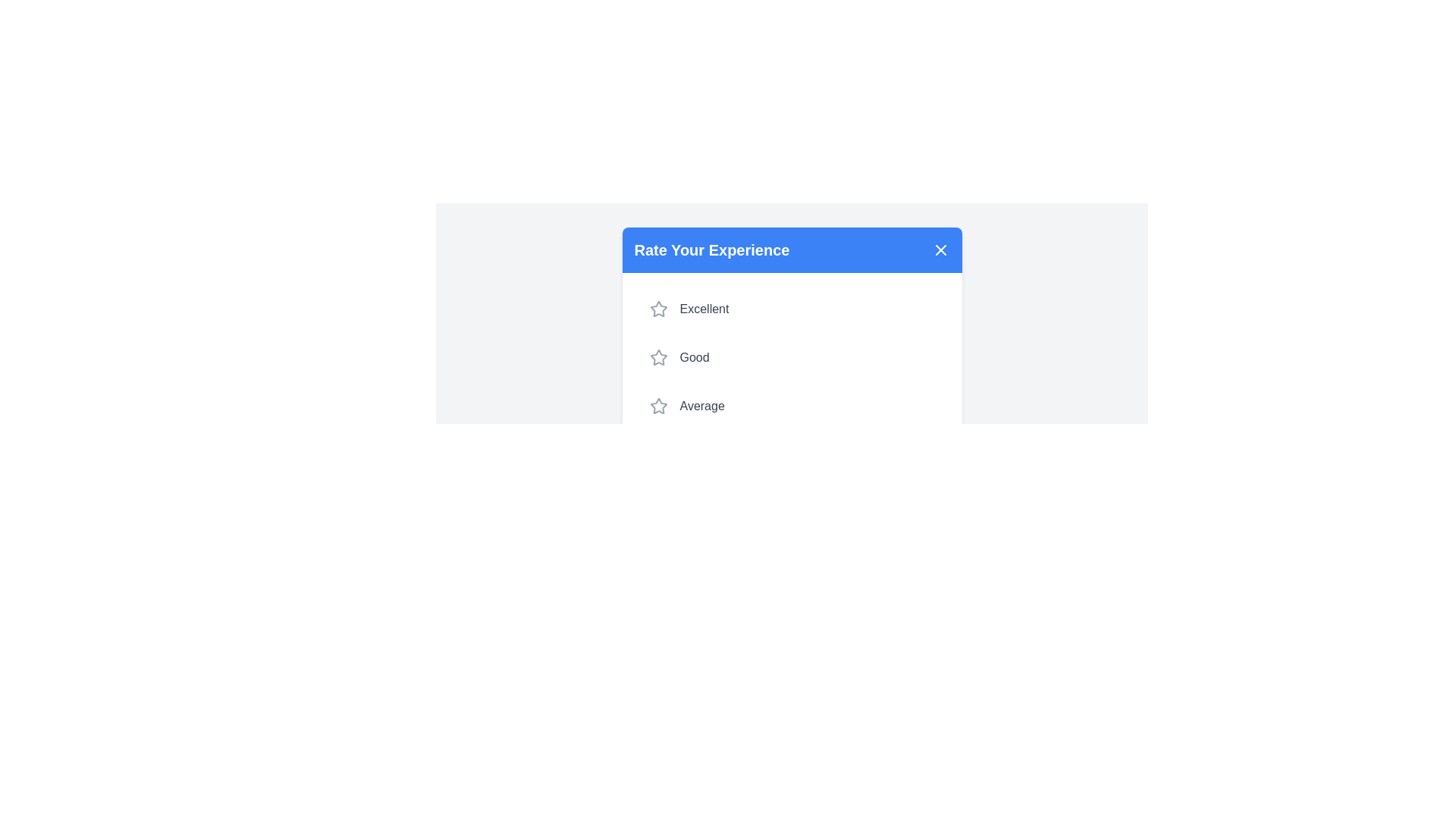  What do you see at coordinates (791, 357) in the screenshot?
I see `the rating option Good from the list` at bounding box center [791, 357].